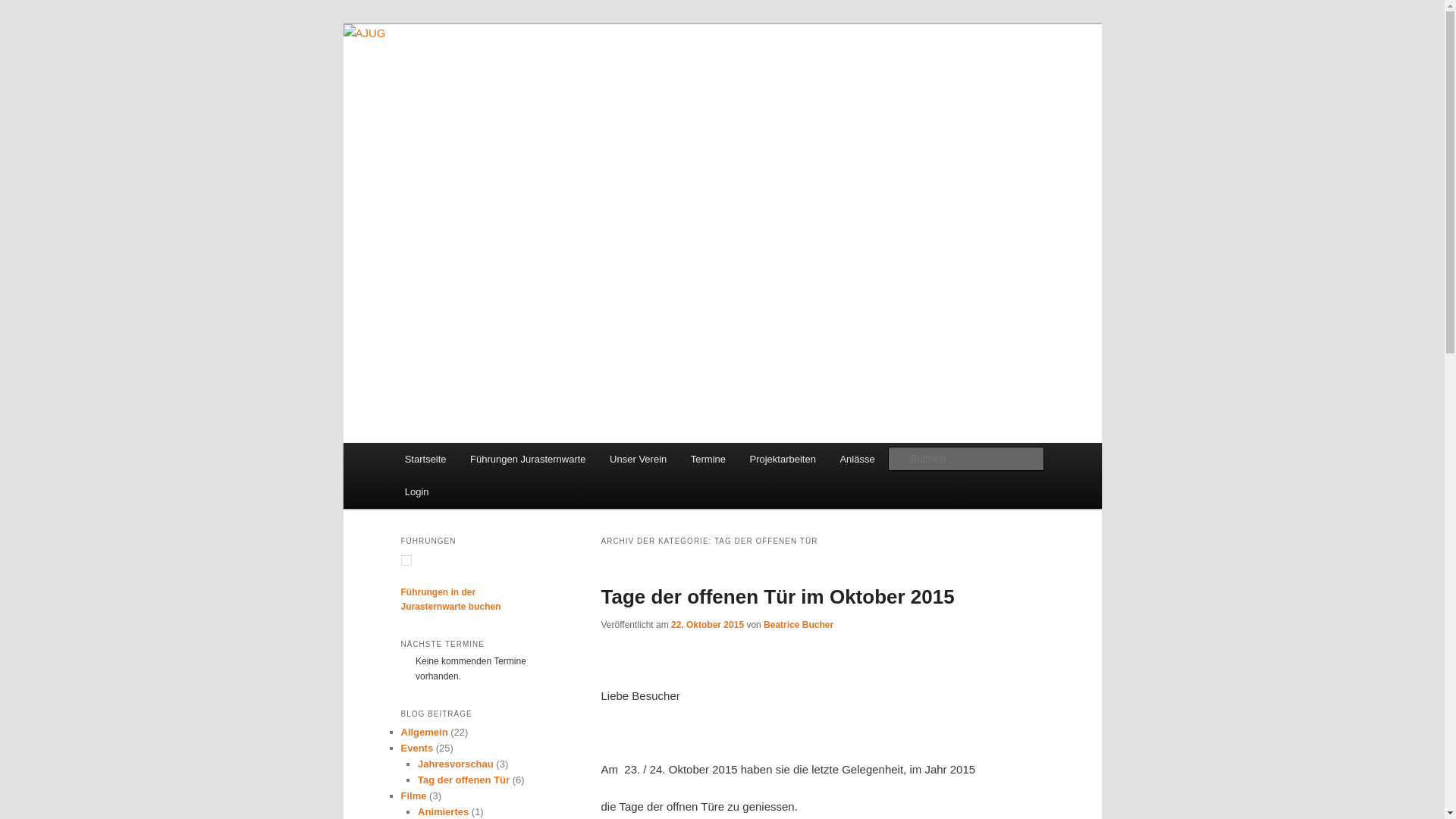 This screenshot has height=819, width=1456. What do you see at coordinates (25, 8) in the screenshot?
I see `'Suchen'` at bounding box center [25, 8].